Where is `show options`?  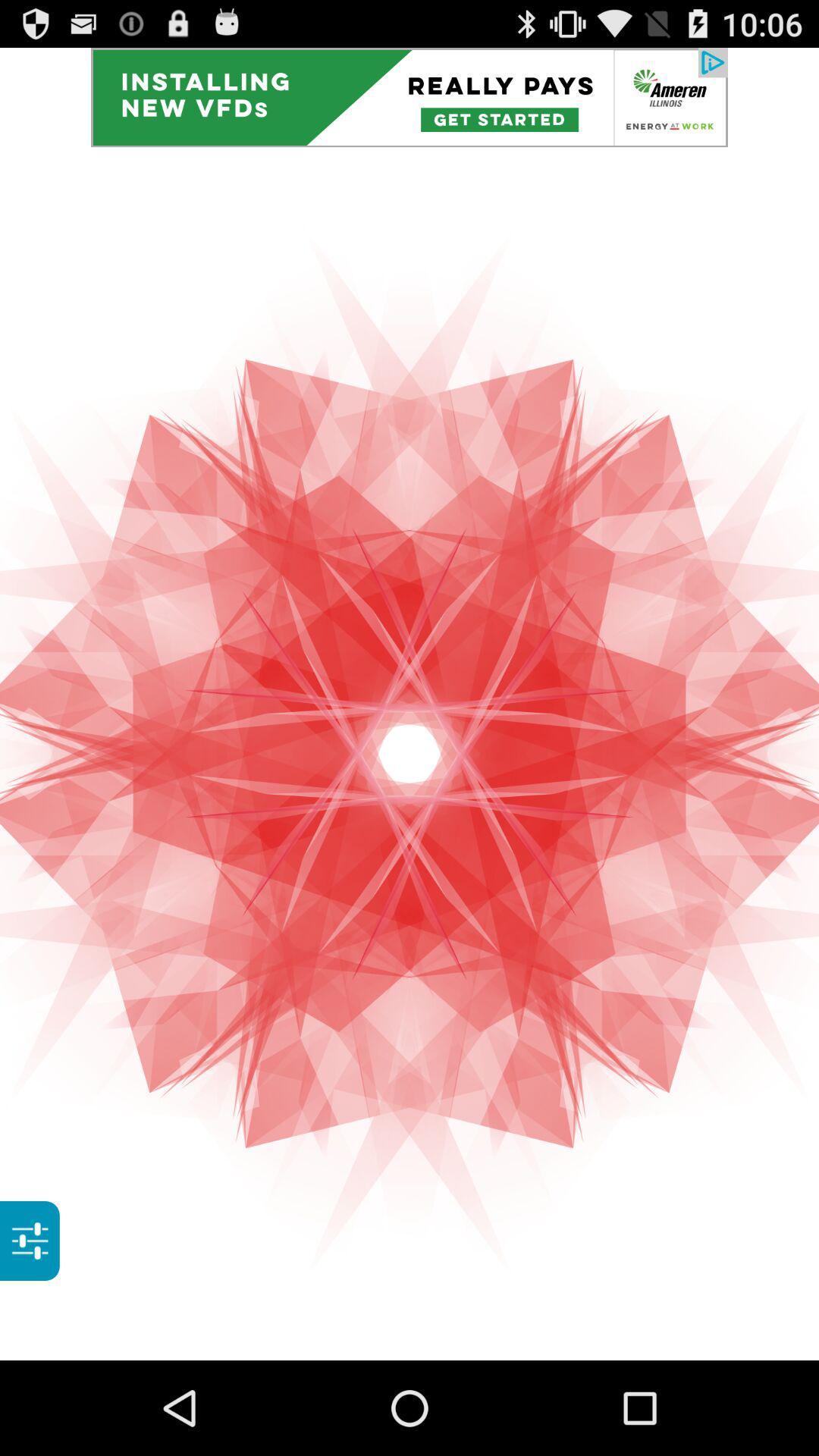
show options is located at coordinates (30, 1241).